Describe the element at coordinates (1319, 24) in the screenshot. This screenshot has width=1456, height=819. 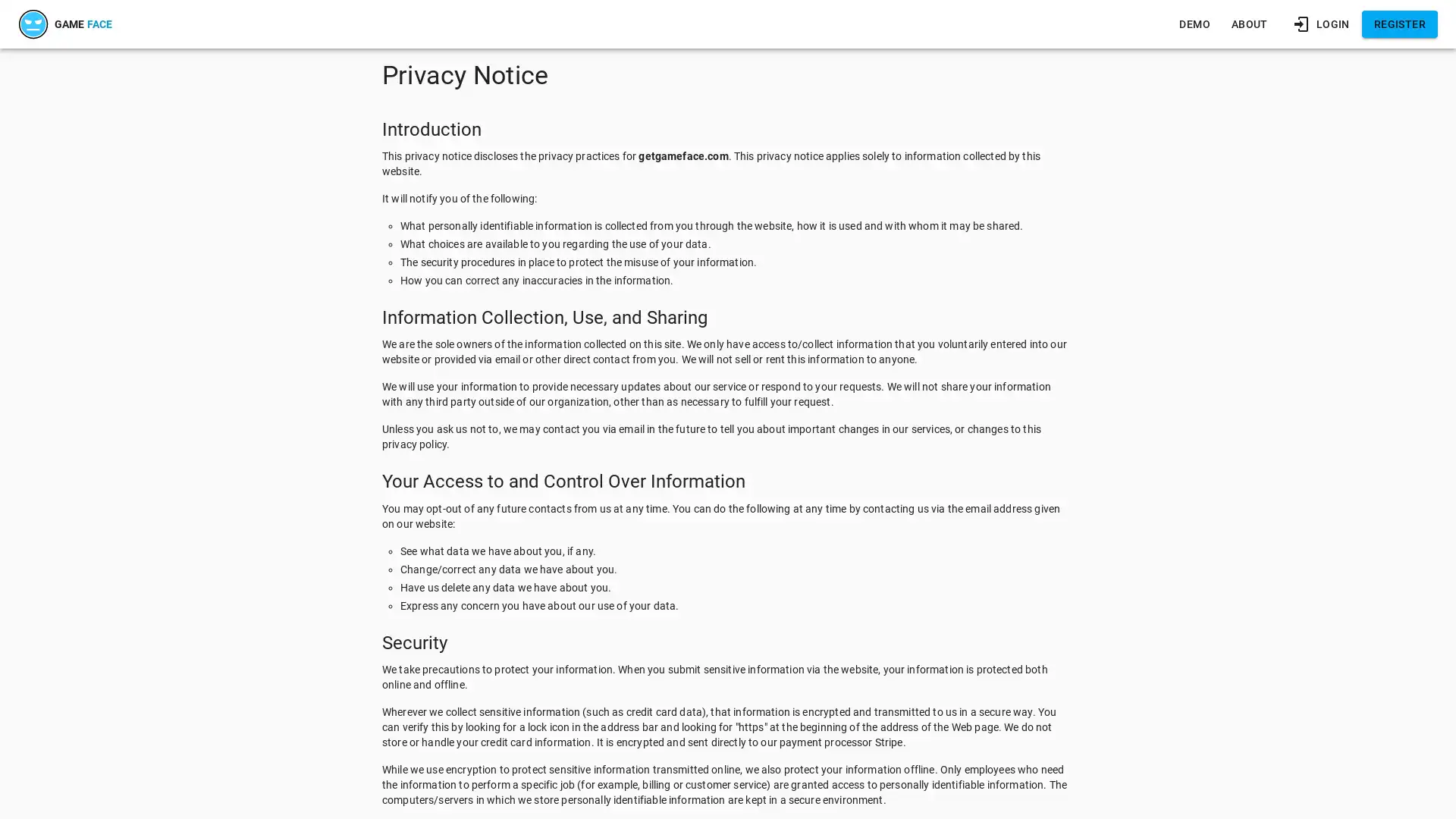
I see `LOGIN` at that location.